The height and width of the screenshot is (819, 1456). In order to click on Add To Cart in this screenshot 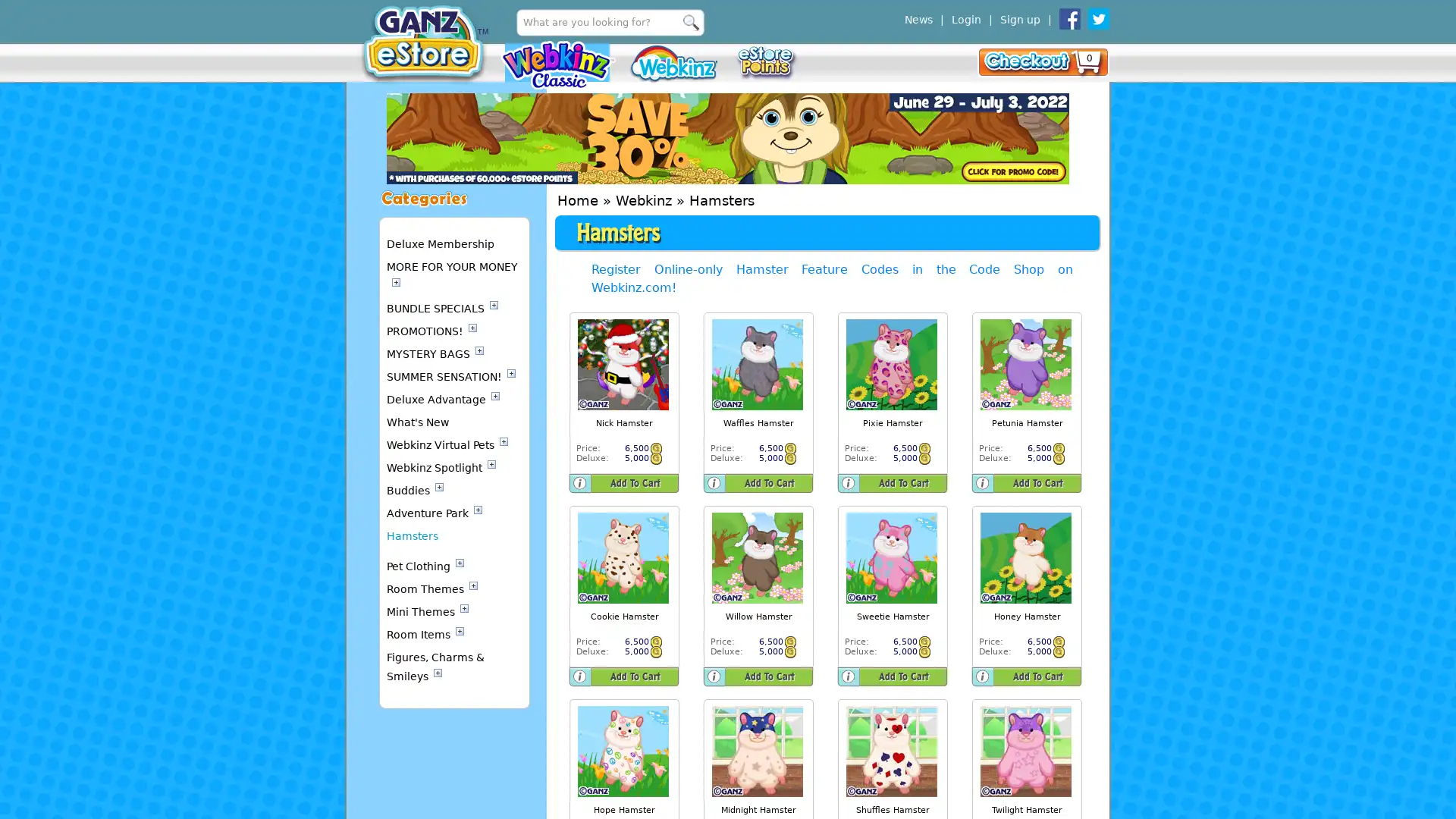, I will do `click(769, 675)`.